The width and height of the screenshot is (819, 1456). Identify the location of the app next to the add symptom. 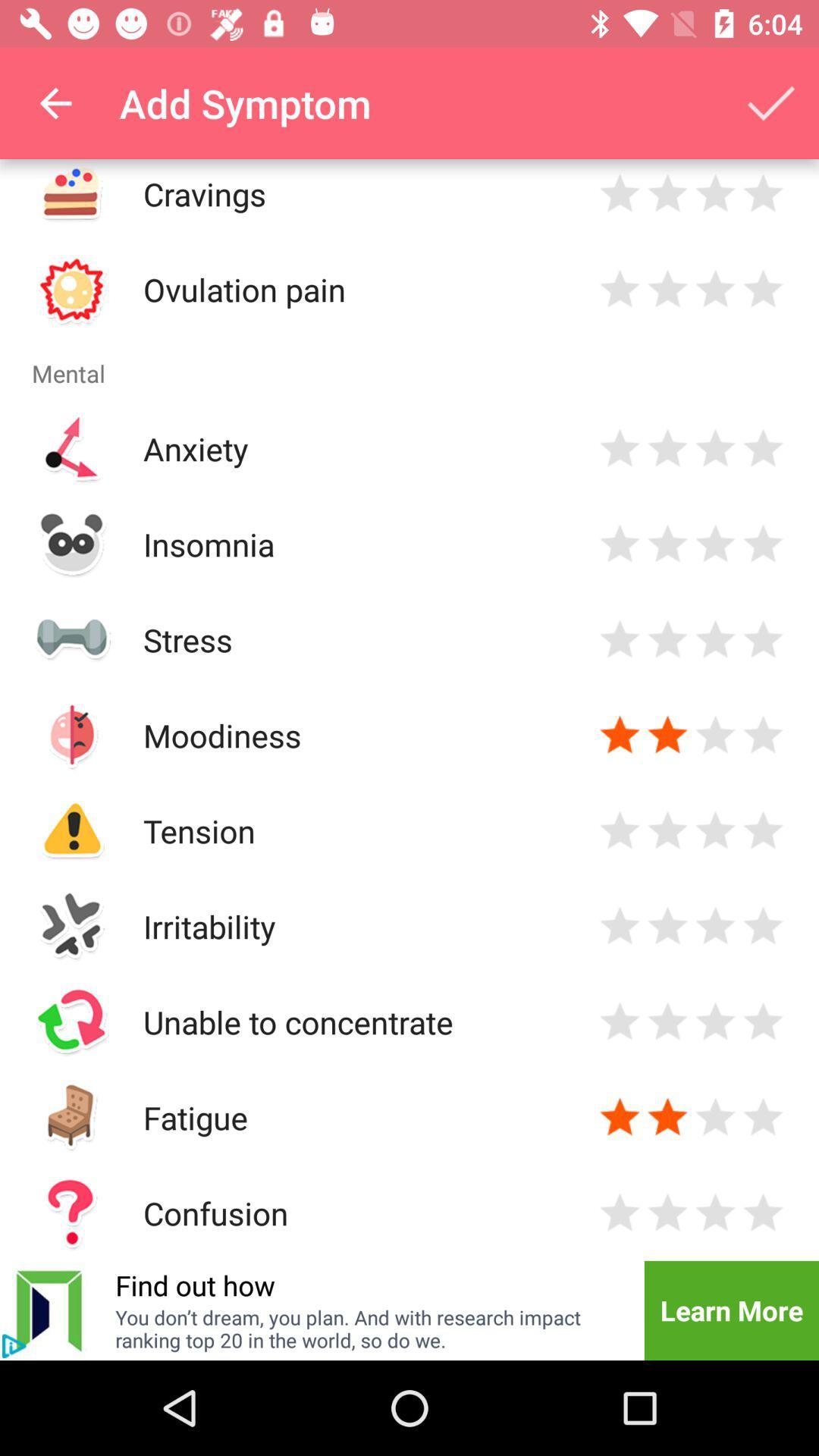
(771, 102).